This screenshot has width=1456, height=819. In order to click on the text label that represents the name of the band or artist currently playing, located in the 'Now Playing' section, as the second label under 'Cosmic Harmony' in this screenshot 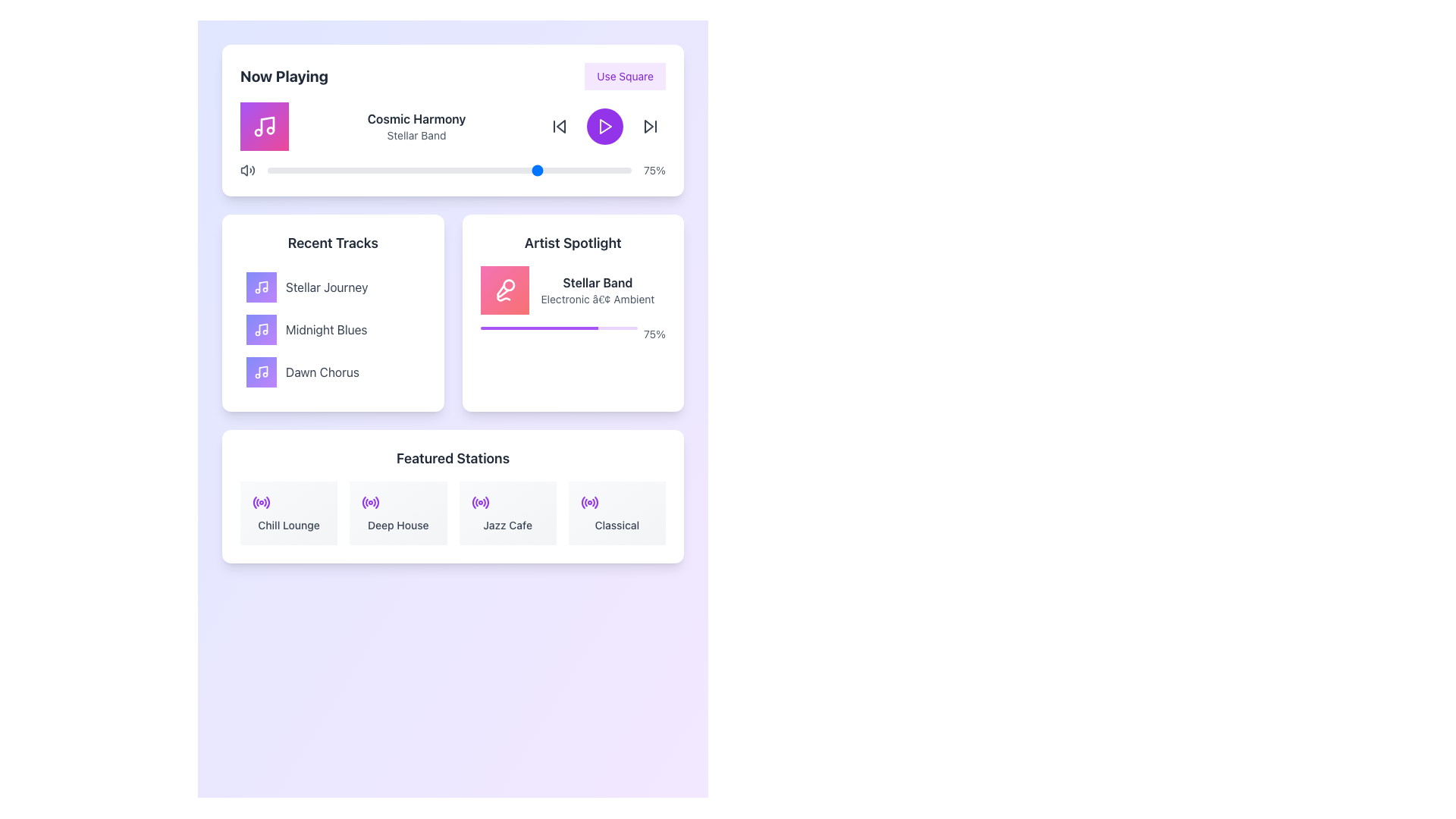, I will do `click(416, 134)`.